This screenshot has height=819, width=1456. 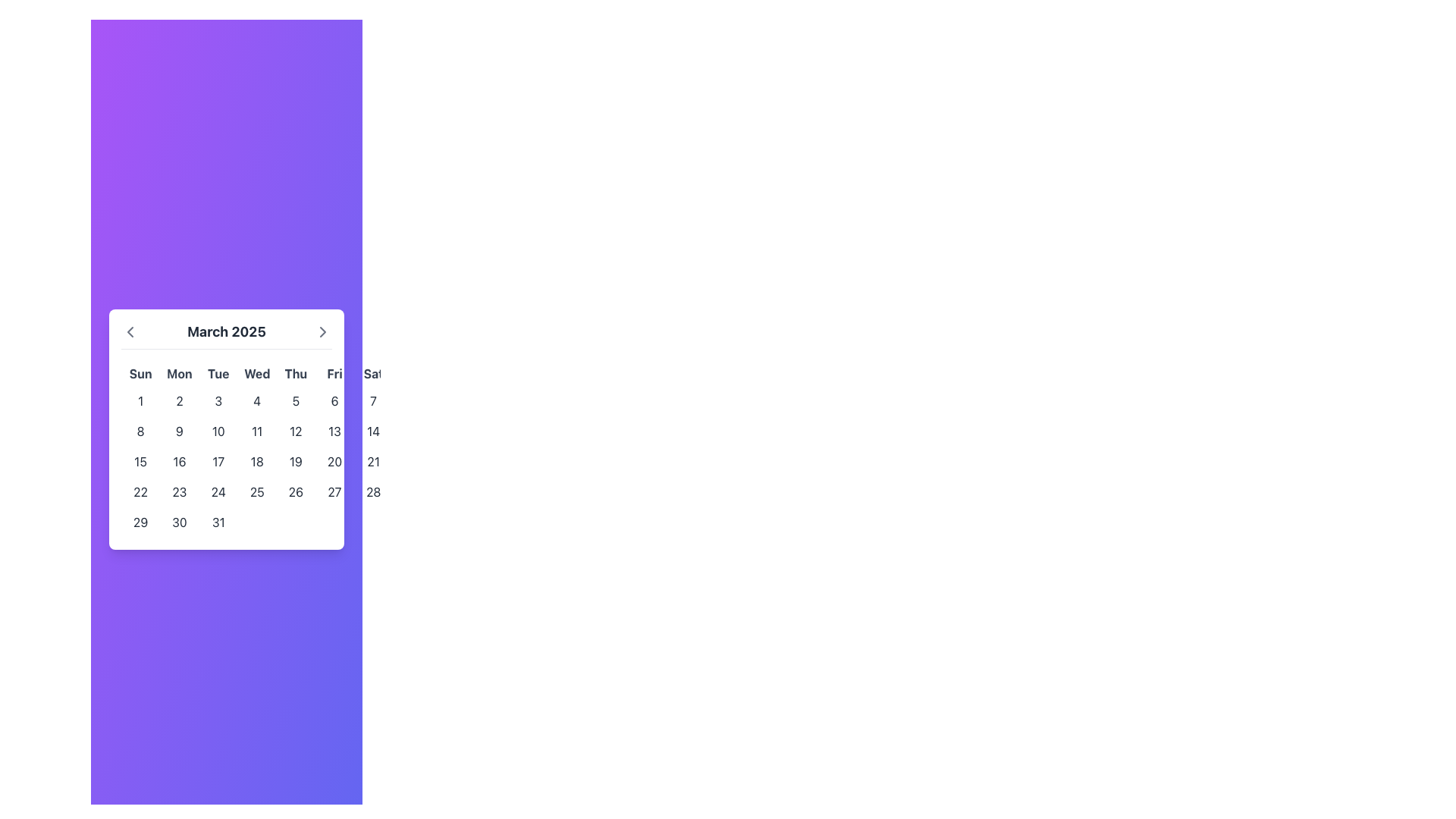 What do you see at coordinates (225, 334) in the screenshot?
I see `the text label displaying 'March 2025', which is styled in bold gray font at the top of the calendar interface` at bounding box center [225, 334].